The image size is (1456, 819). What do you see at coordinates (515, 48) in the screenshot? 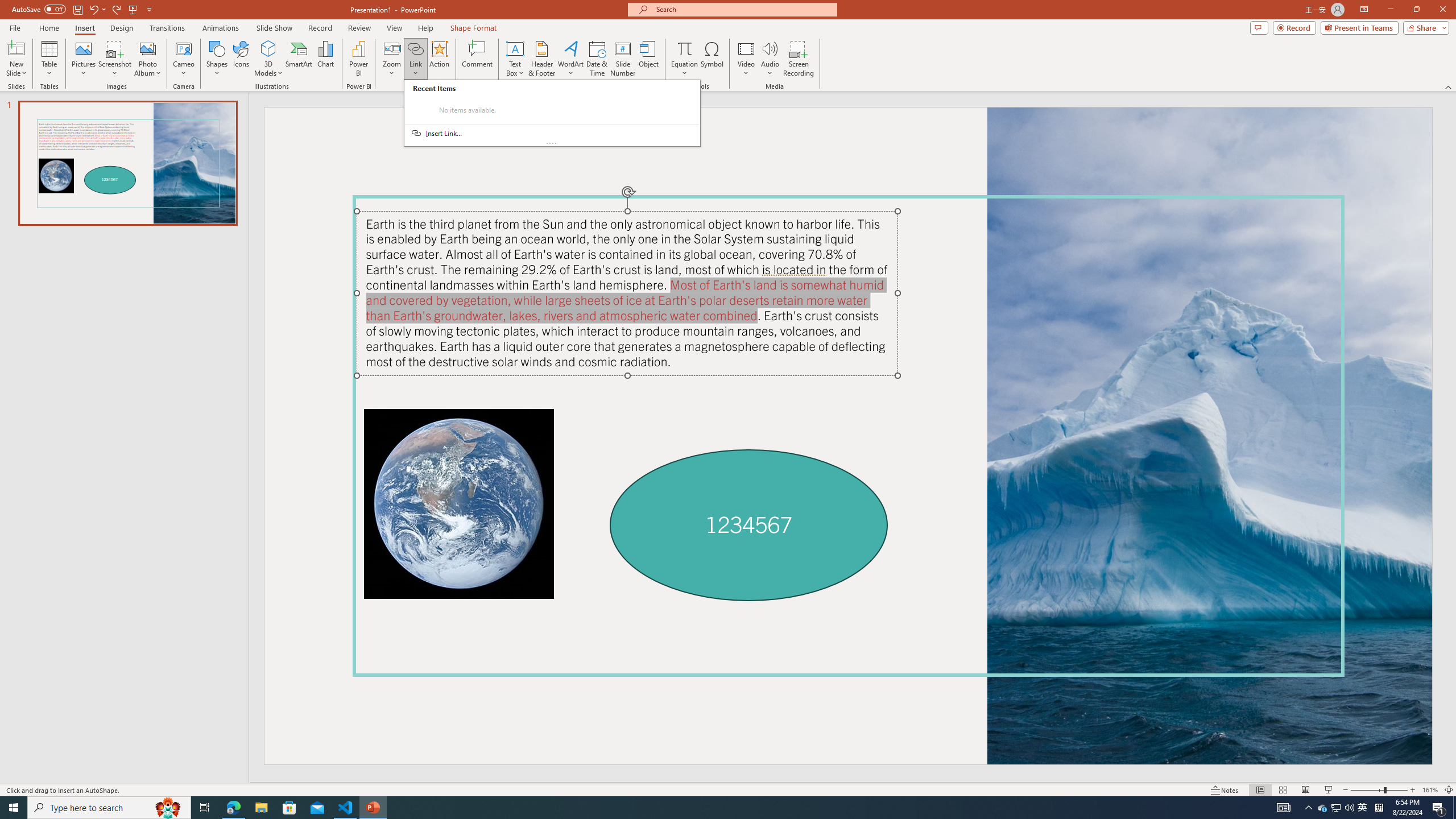
I see `'Draw Horizontal Text Box'` at bounding box center [515, 48].